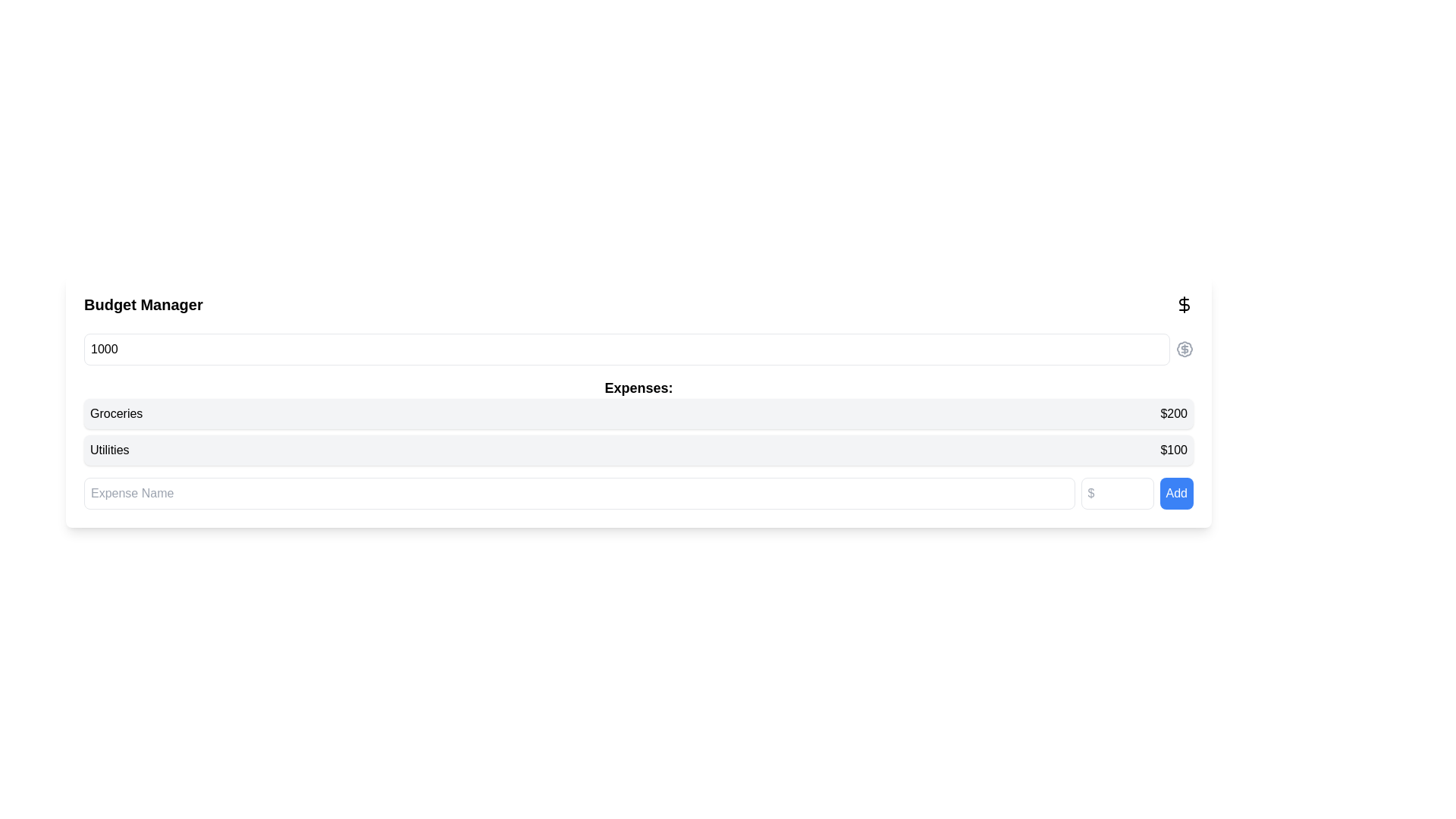 The image size is (1456, 819). What do you see at coordinates (143, 304) in the screenshot?
I see `the text label located in the header of the interface on the left side that serves as a descriptive heading for managing budgets` at bounding box center [143, 304].